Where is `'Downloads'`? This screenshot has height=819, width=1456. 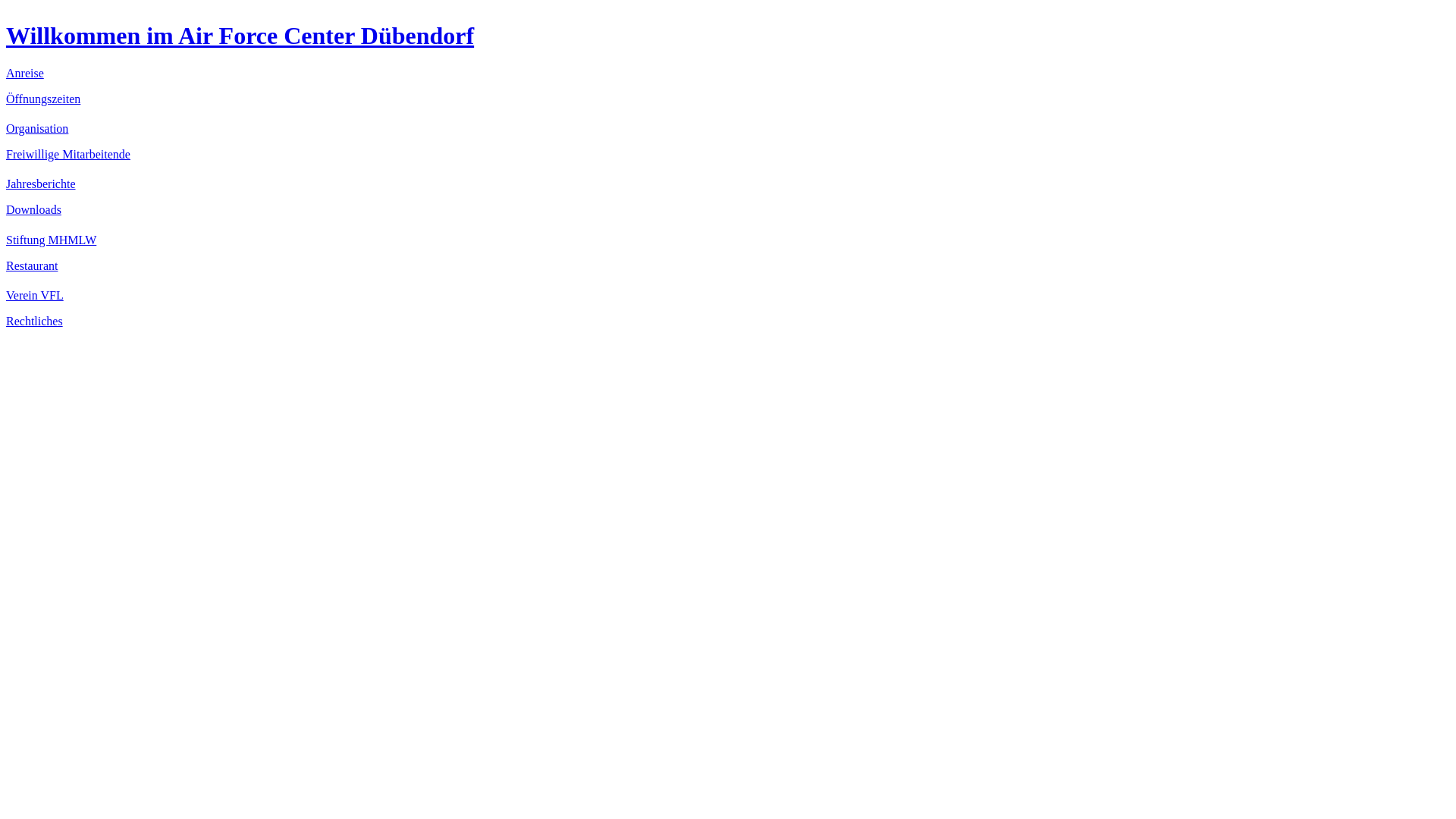
'Downloads' is located at coordinates (33, 209).